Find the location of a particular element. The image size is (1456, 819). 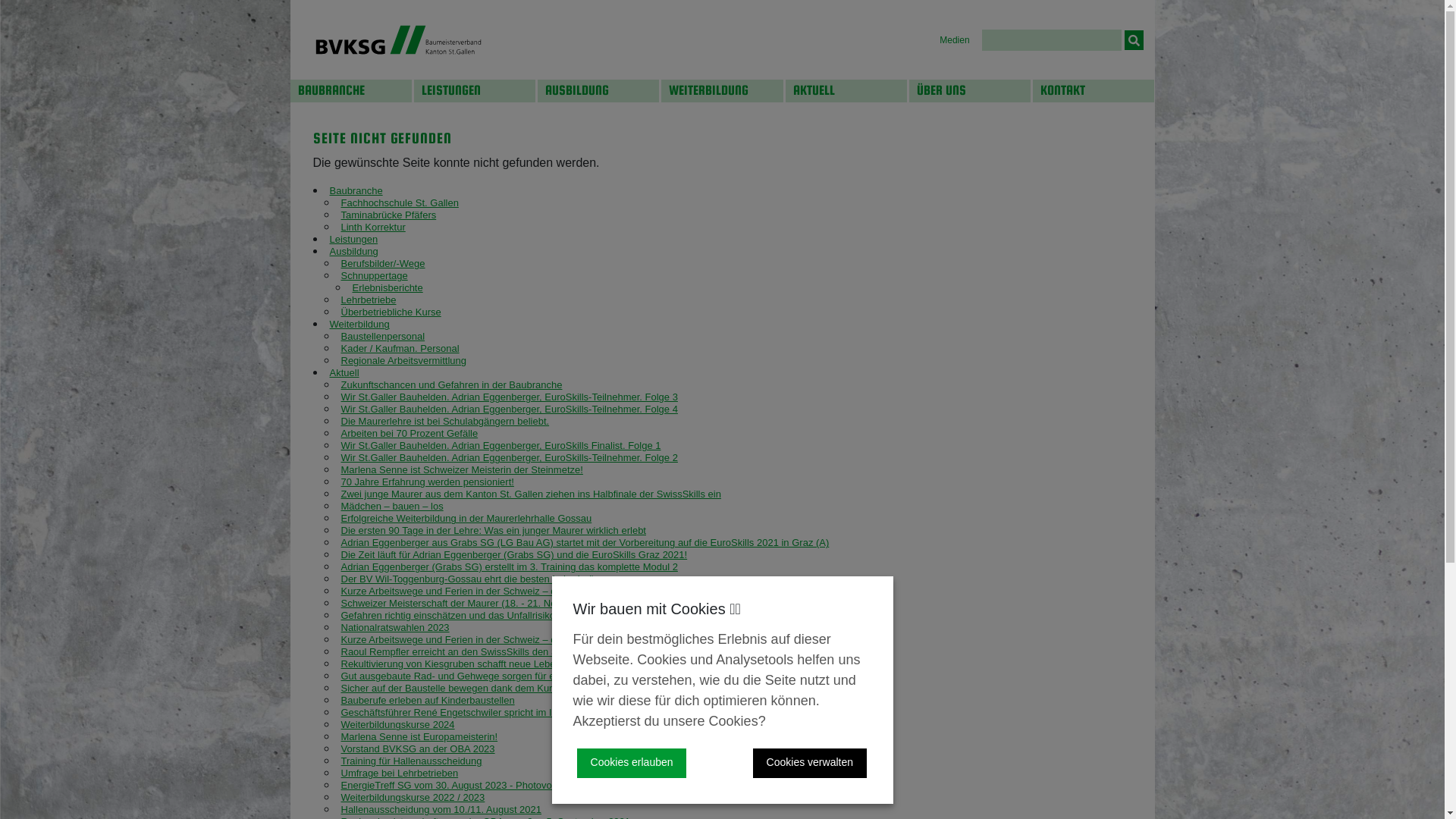

'AUSBILDUNG' is located at coordinates (597, 90).